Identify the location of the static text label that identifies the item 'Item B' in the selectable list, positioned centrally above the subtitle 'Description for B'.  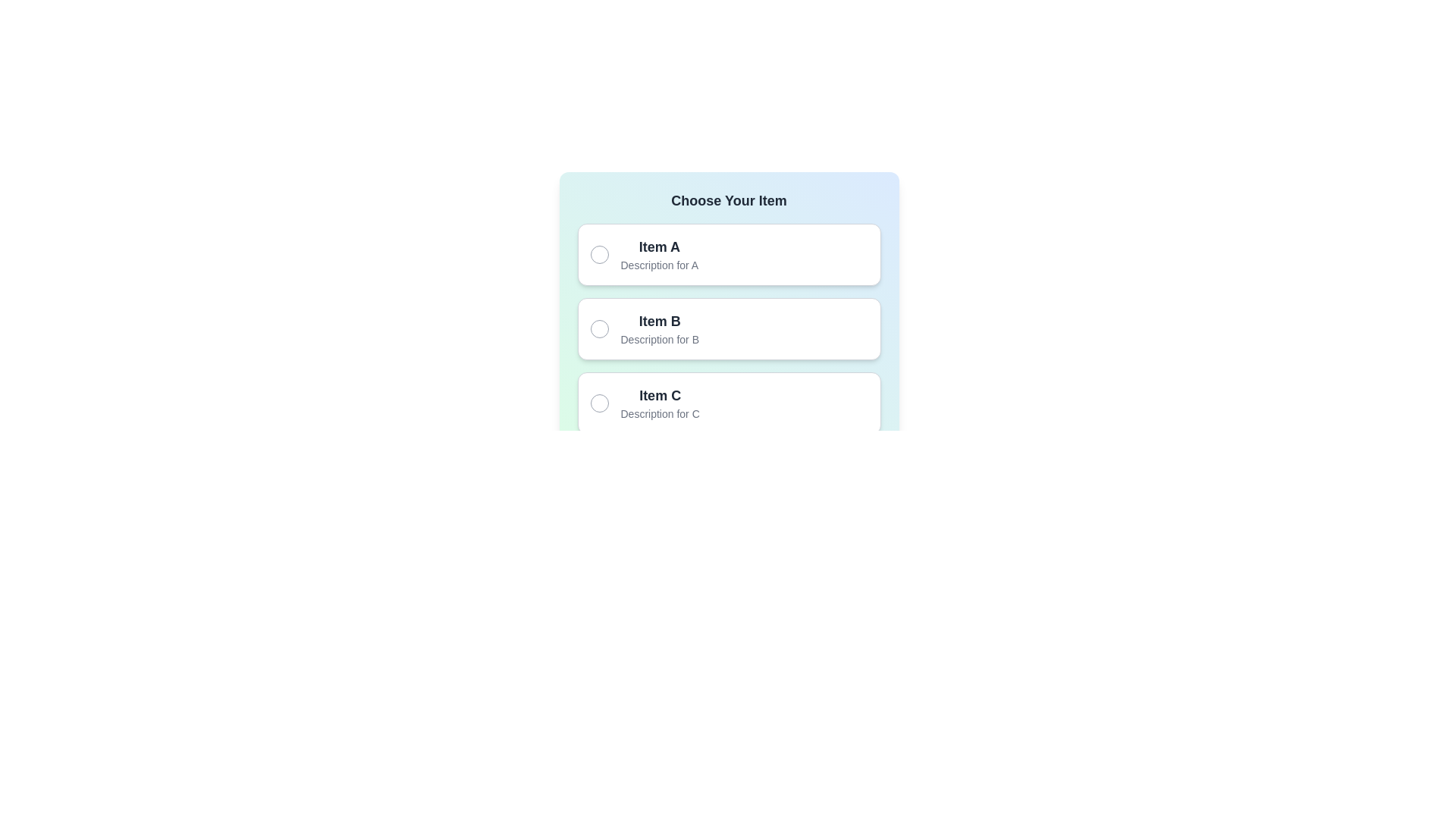
(660, 321).